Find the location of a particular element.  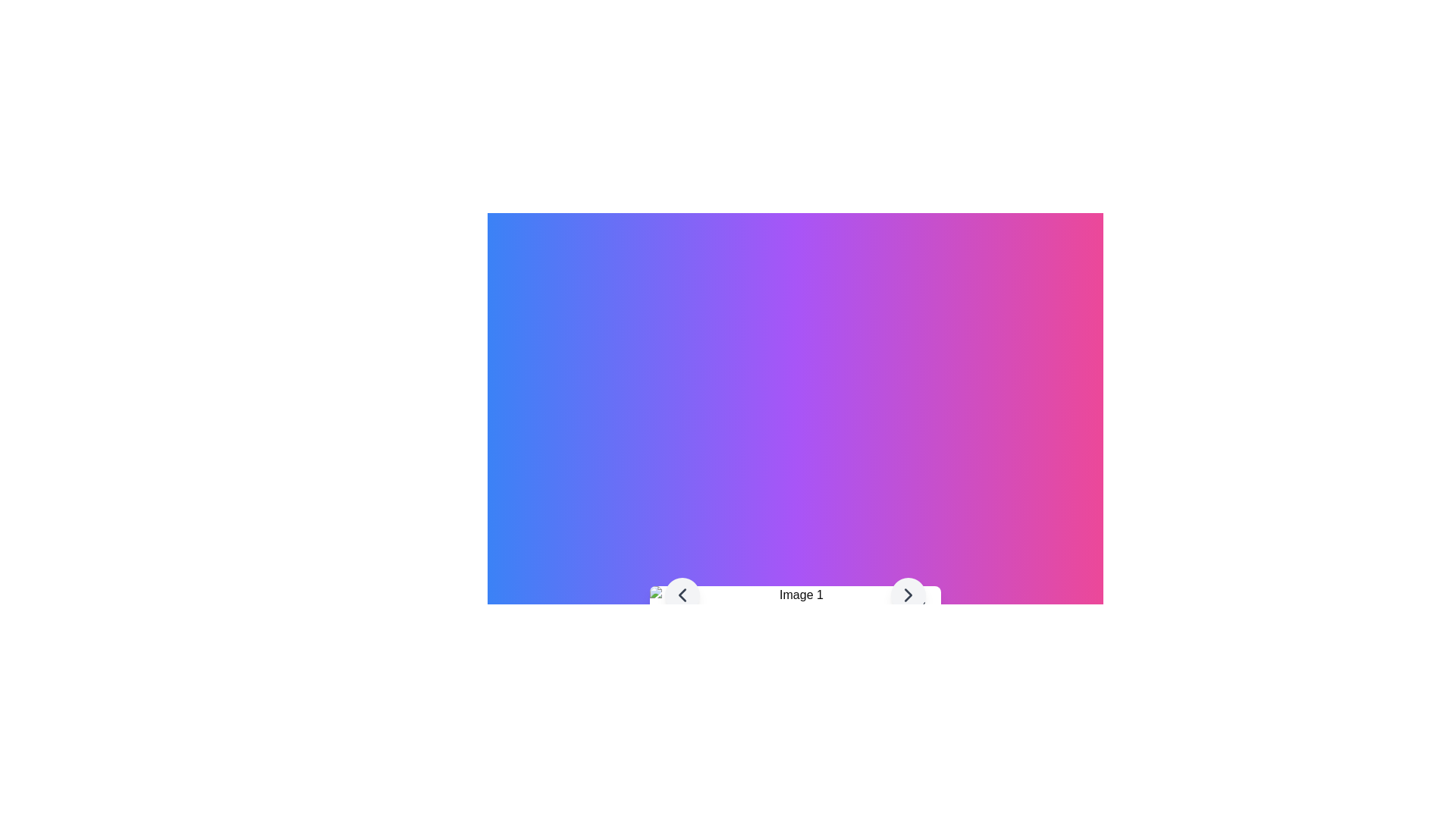

the right-facing chevron icon used for navigation is located at coordinates (908, 595).